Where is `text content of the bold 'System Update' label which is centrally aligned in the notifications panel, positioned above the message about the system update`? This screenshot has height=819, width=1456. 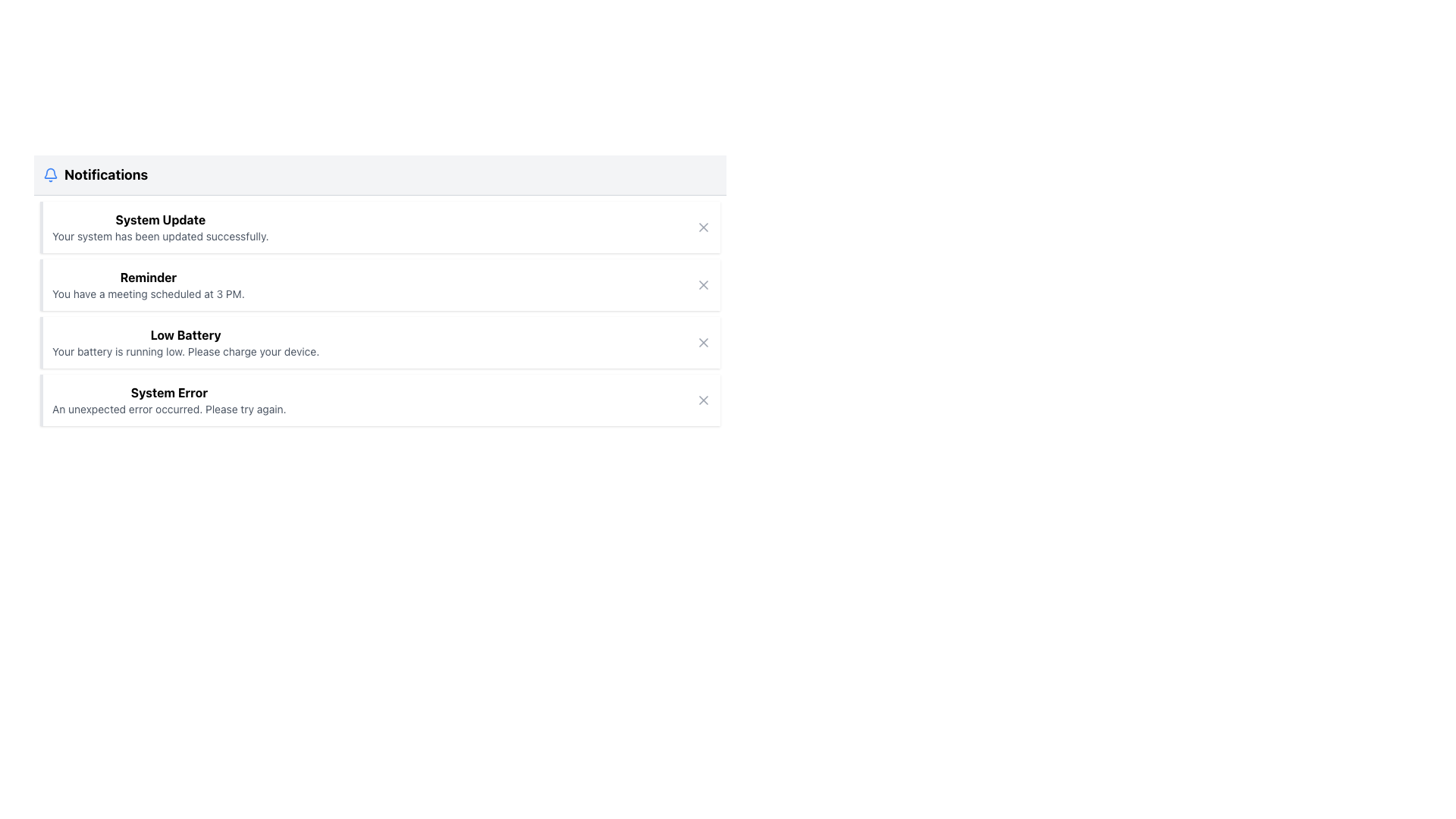
text content of the bold 'System Update' label which is centrally aligned in the notifications panel, positioned above the message about the system update is located at coordinates (160, 219).